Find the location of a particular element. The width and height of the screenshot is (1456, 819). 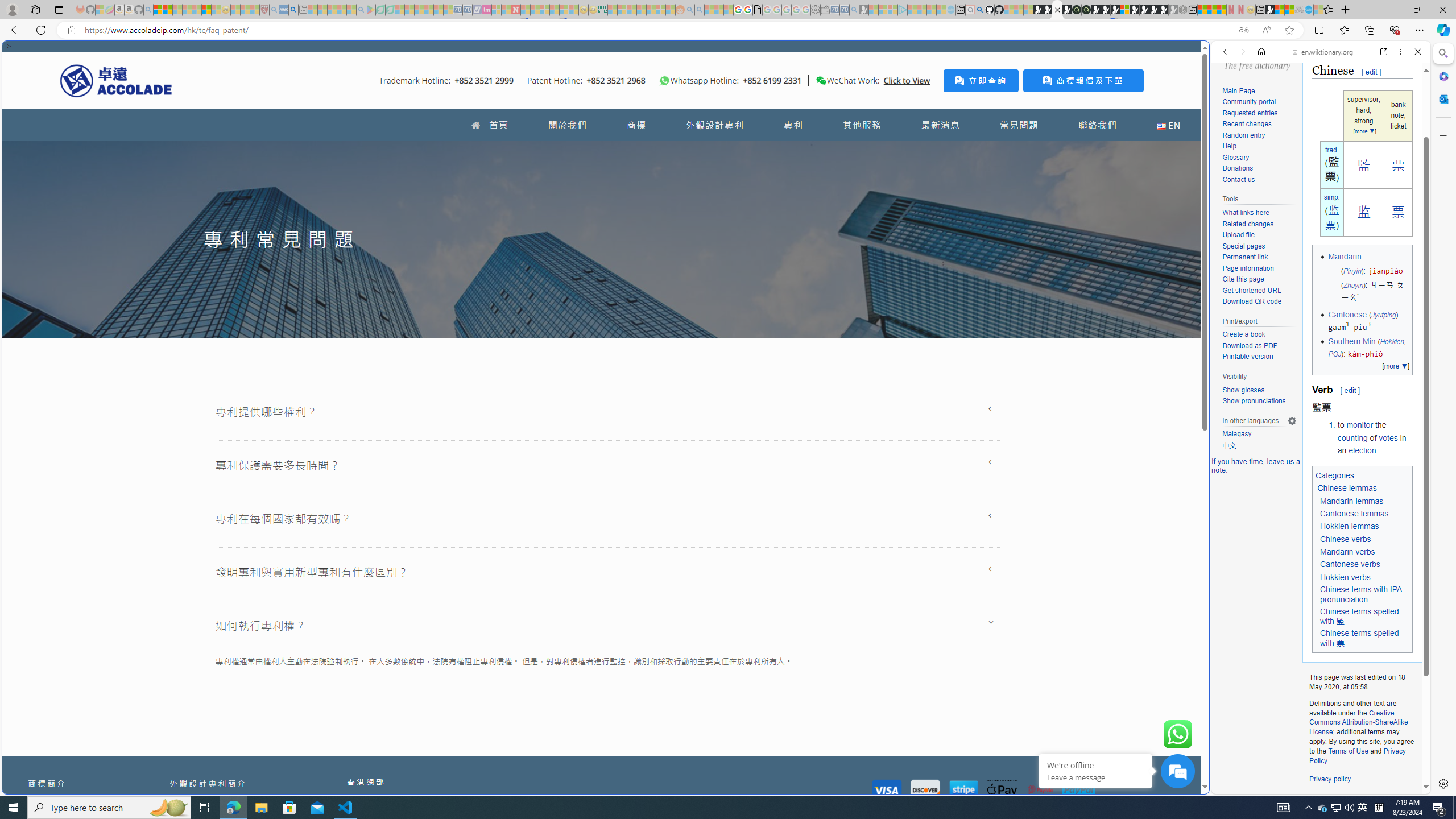

'Hokkien verbs' is located at coordinates (1345, 577).